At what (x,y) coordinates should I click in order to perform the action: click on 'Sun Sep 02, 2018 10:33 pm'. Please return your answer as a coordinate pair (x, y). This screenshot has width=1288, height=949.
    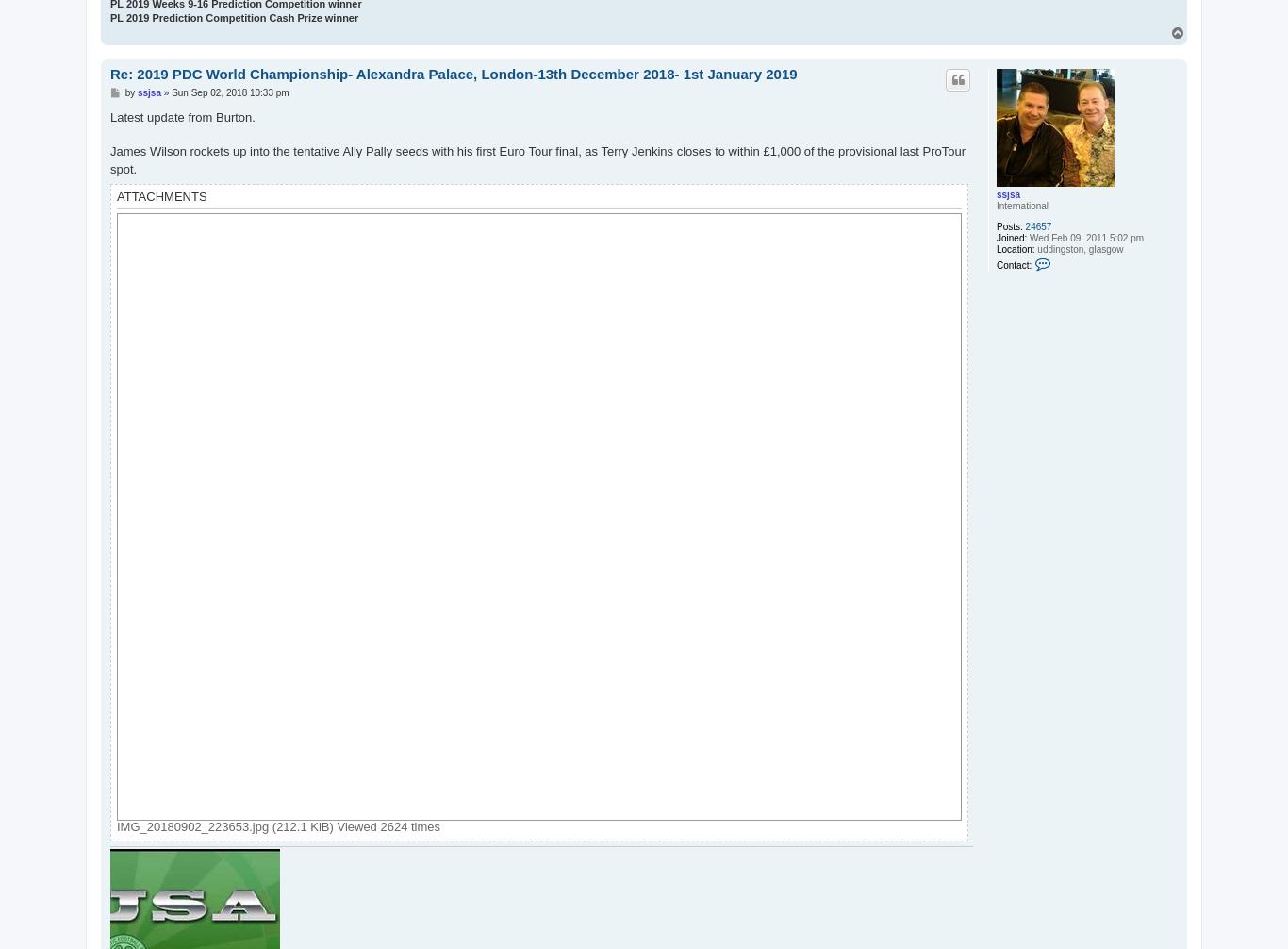
    Looking at the image, I should click on (229, 92).